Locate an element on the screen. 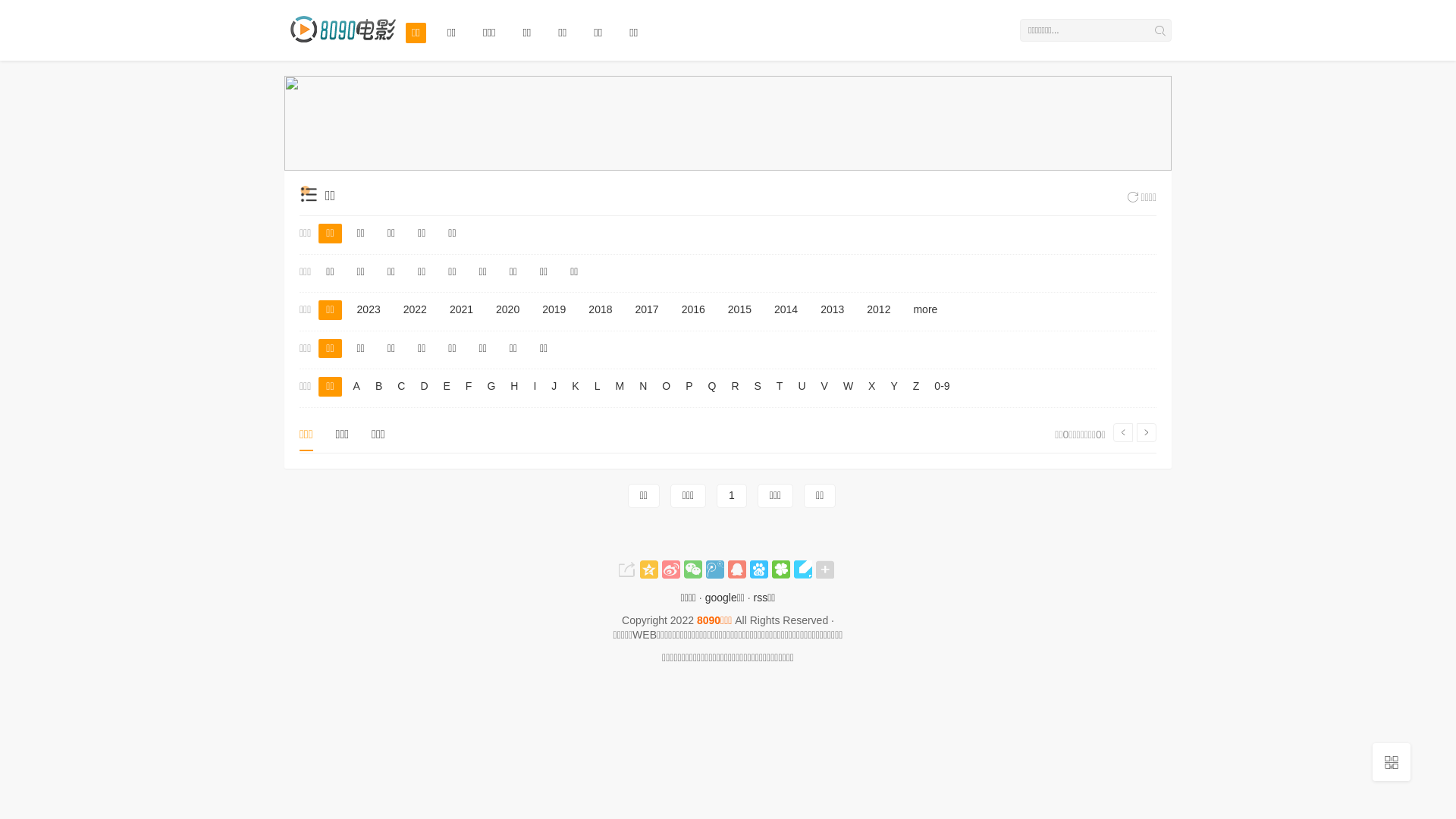 Image resolution: width=1456 pixels, height=819 pixels. '2021' is located at coordinates (460, 309).